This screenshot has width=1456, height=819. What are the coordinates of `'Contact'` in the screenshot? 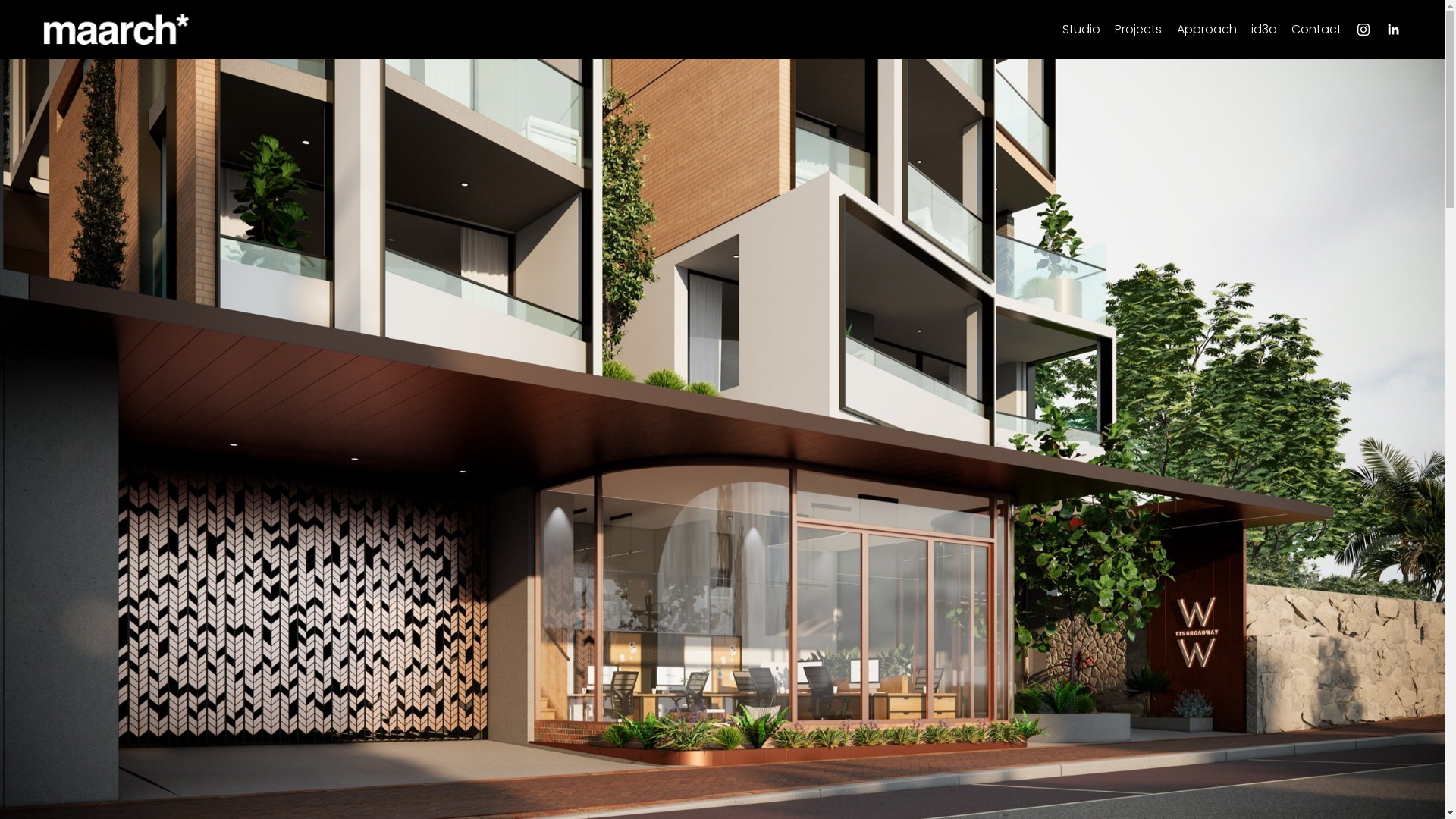 It's located at (1316, 29).